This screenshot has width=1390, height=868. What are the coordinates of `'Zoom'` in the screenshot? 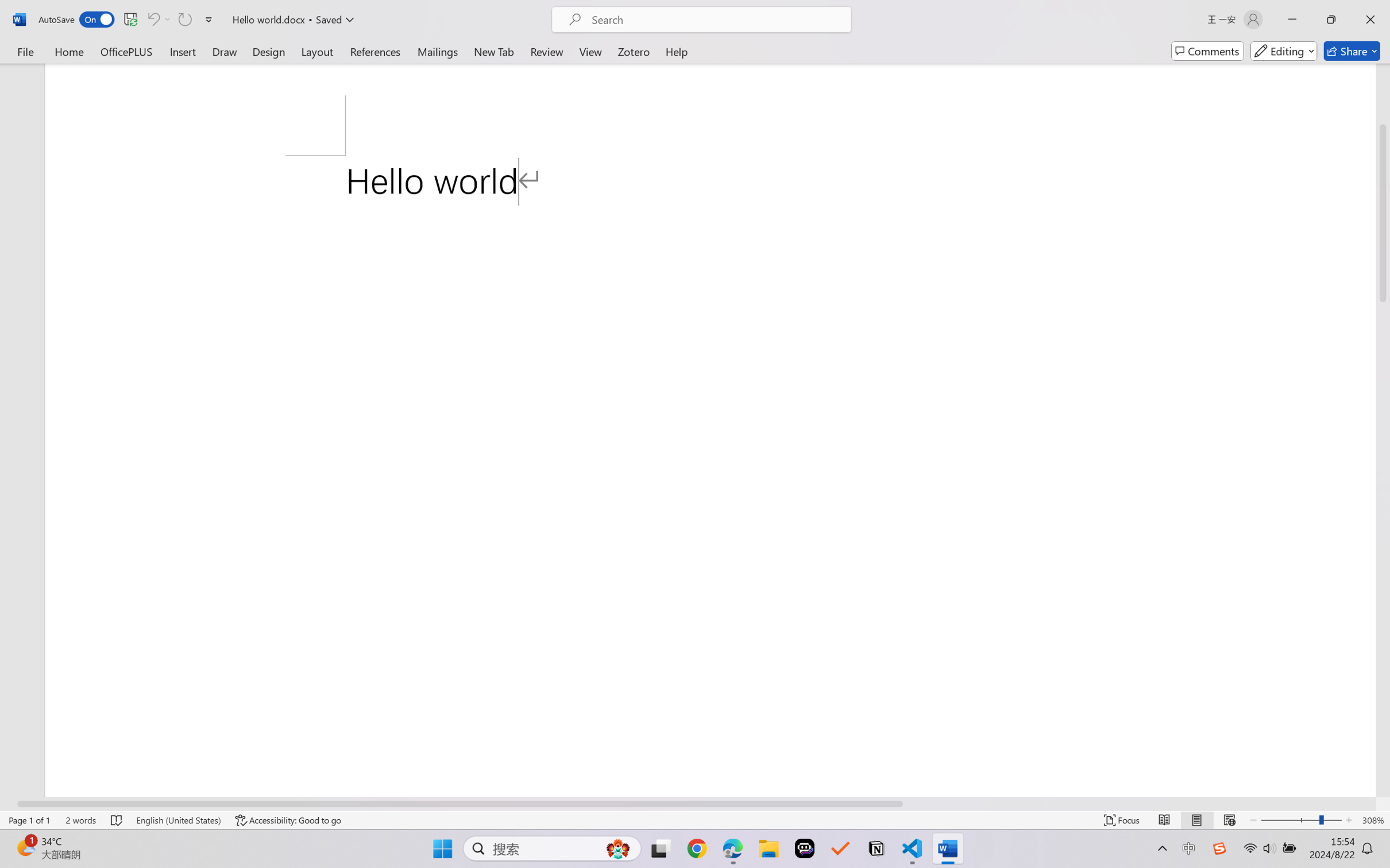 It's located at (1302, 820).